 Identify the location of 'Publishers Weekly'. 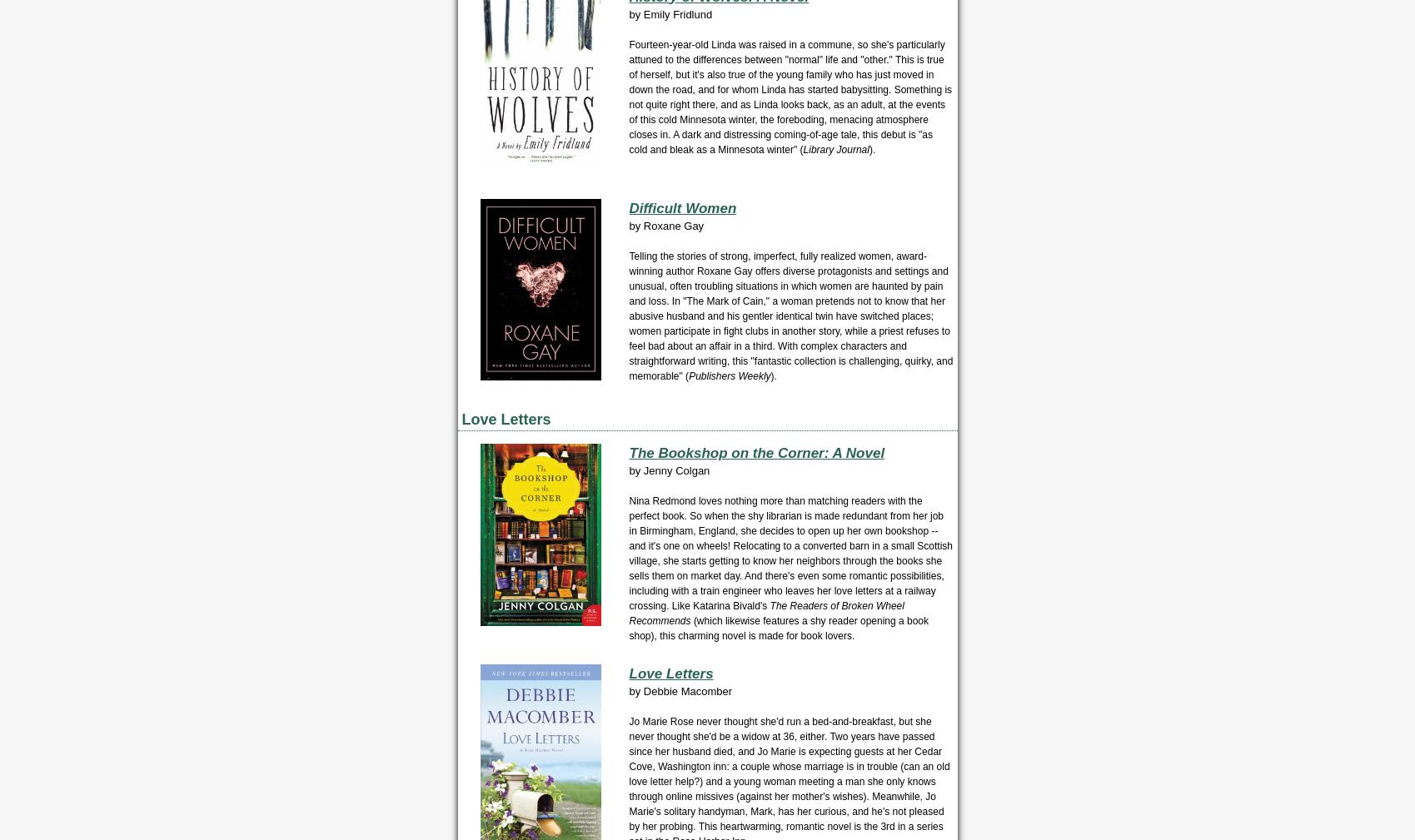
(729, 375).